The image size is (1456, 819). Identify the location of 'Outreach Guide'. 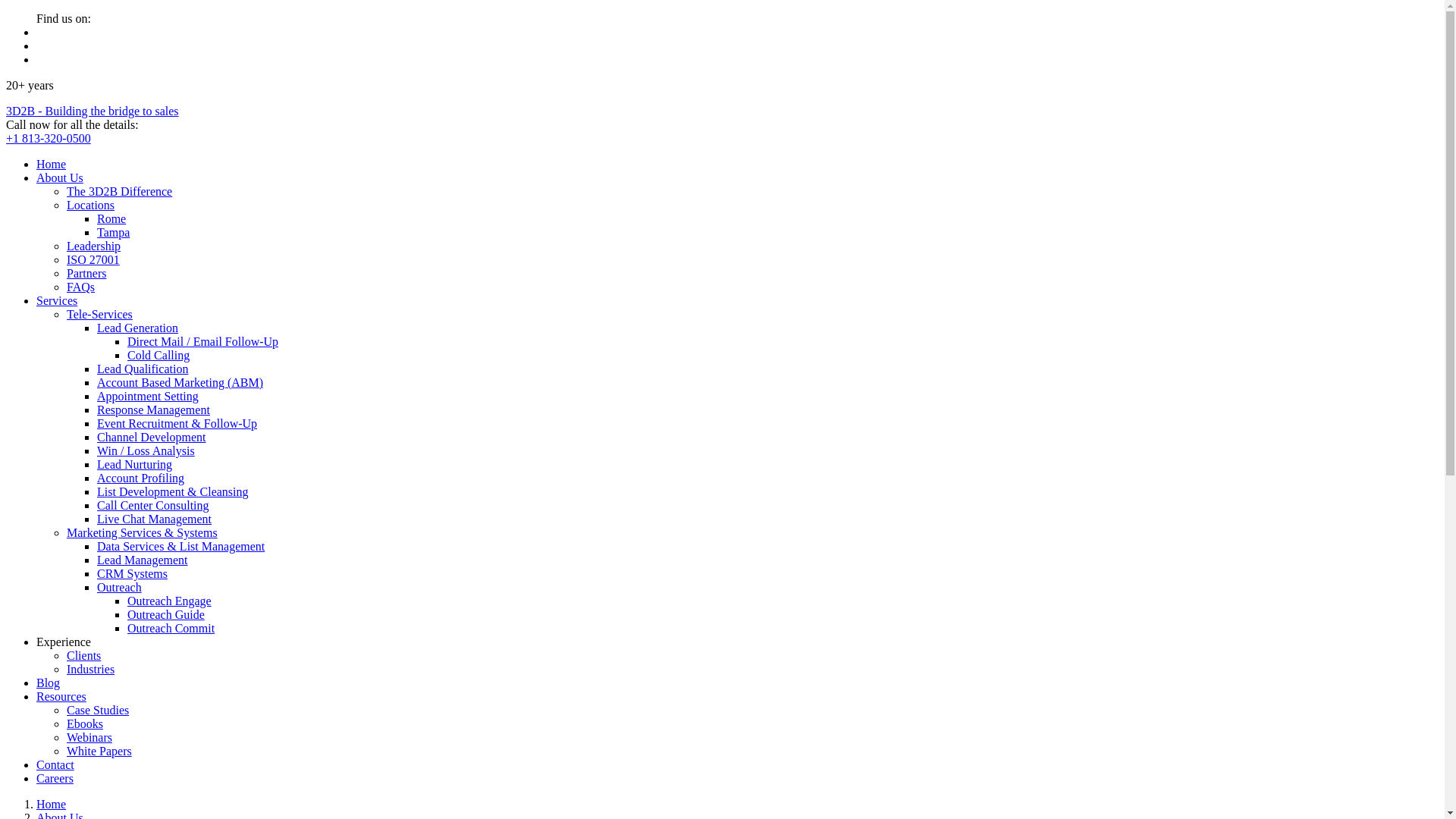
(166, 614).